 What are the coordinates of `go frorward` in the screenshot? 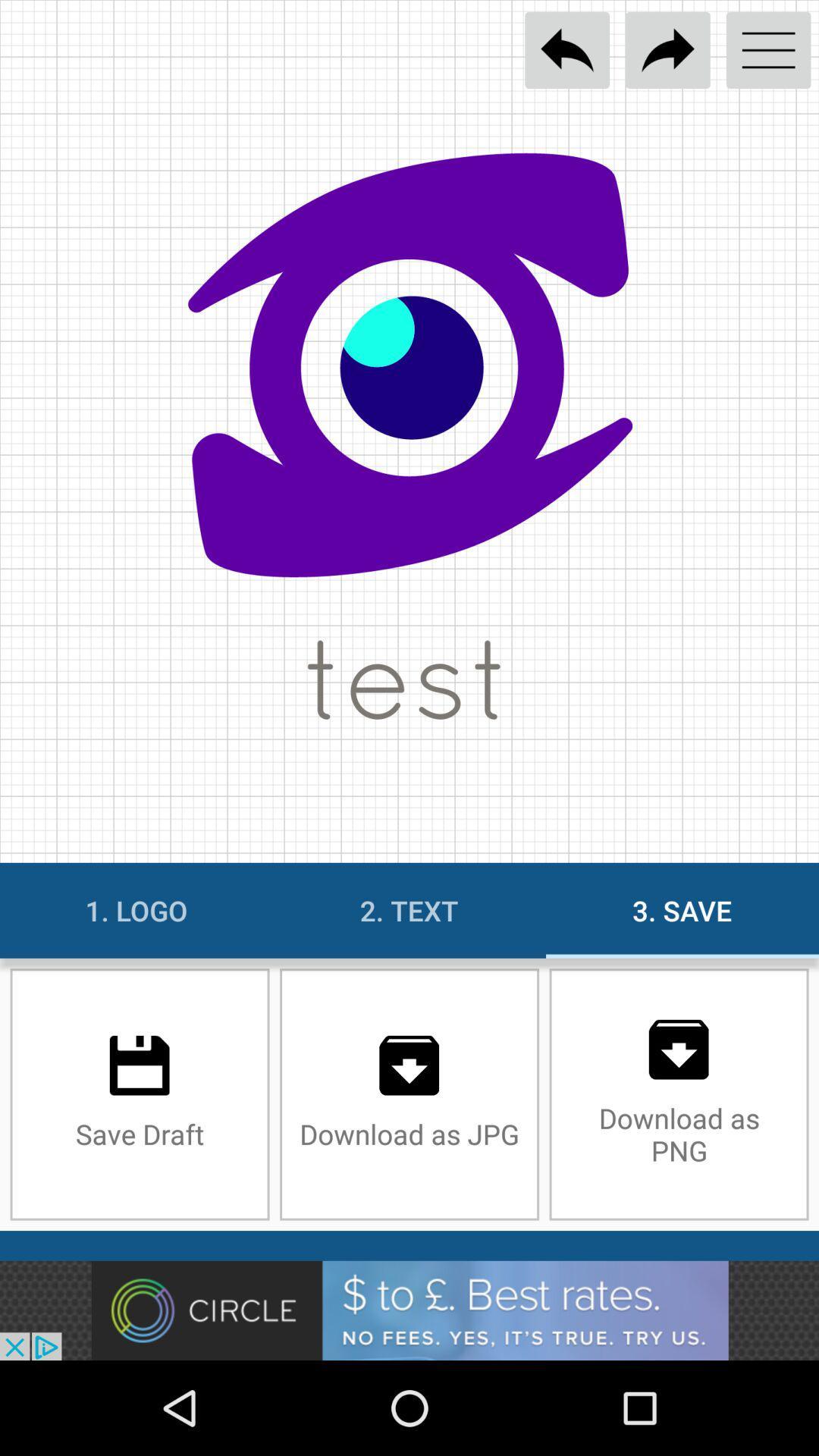 It's located at (667, 50).